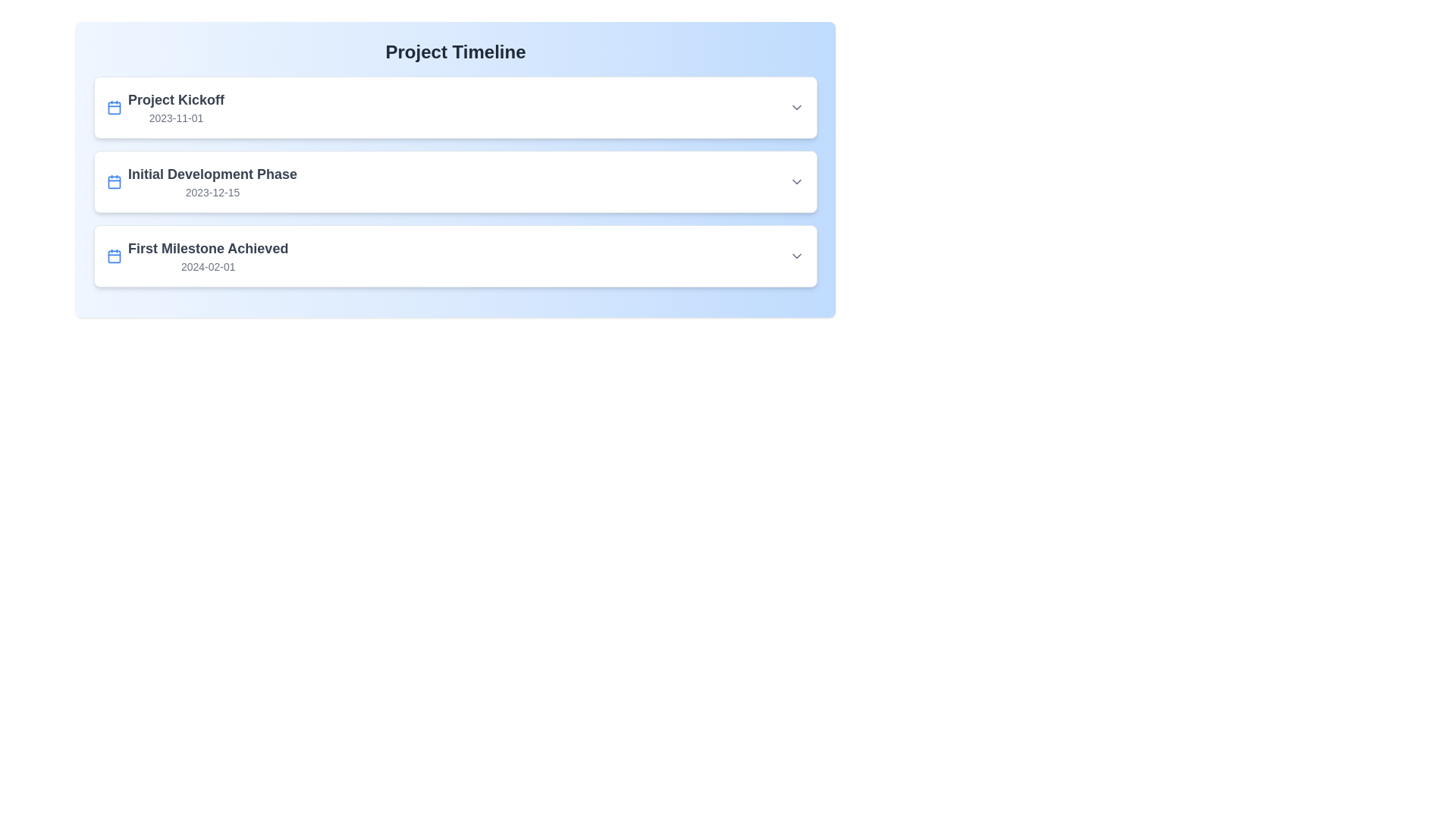 The height and width of the screenshot is (819, 1456). What do you see at coordinates (207, 247) in the screenshot?
I see `the Text Label that indicates a significant milestone in the timeline interface, positioned above the date entry '2024-02-01'` at bounding box center [207, 247].